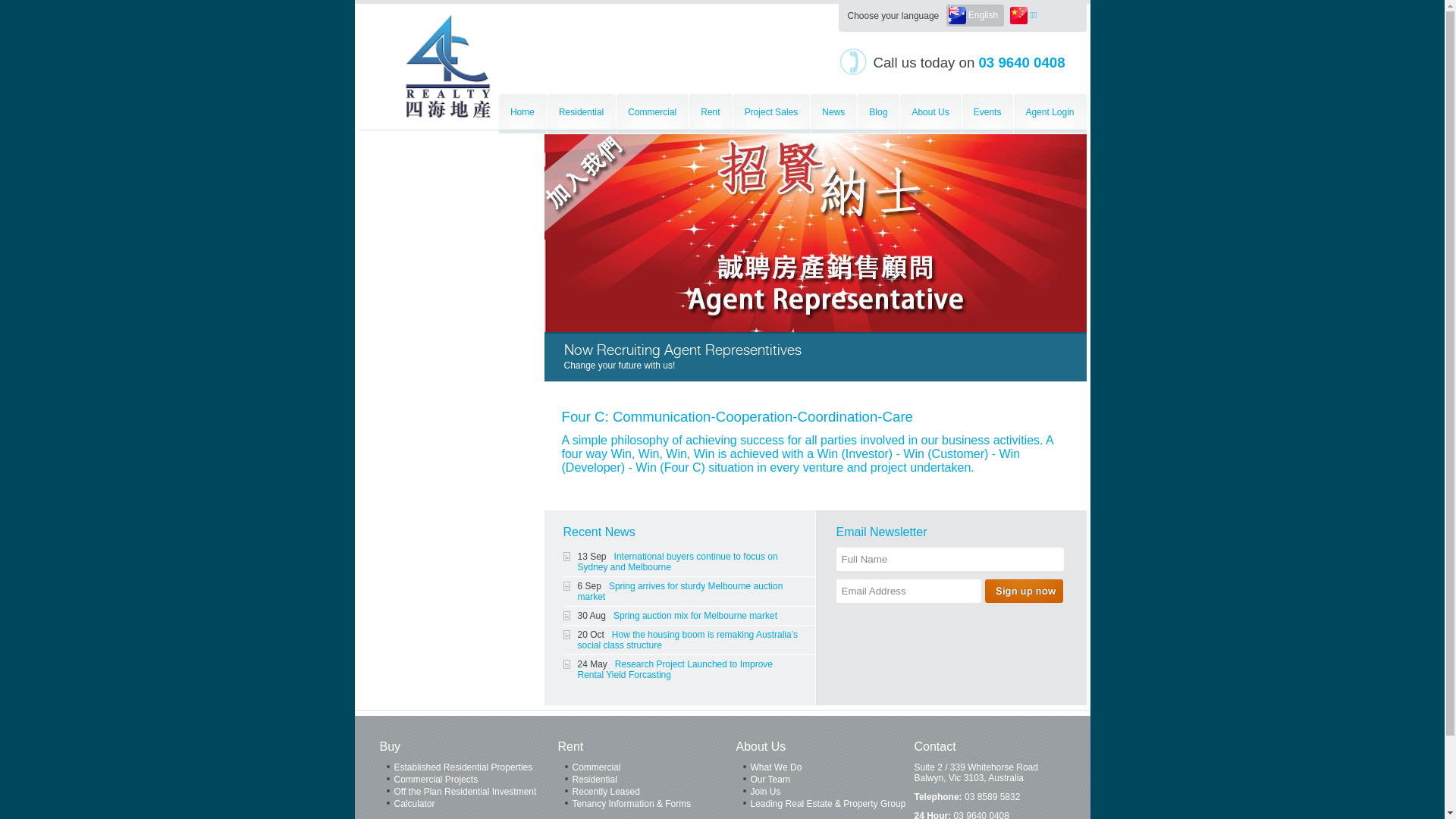  What do you see at coordinates (930, 113) in the screenshot?
I see `'About Us'` at bounding box center [930, 113].